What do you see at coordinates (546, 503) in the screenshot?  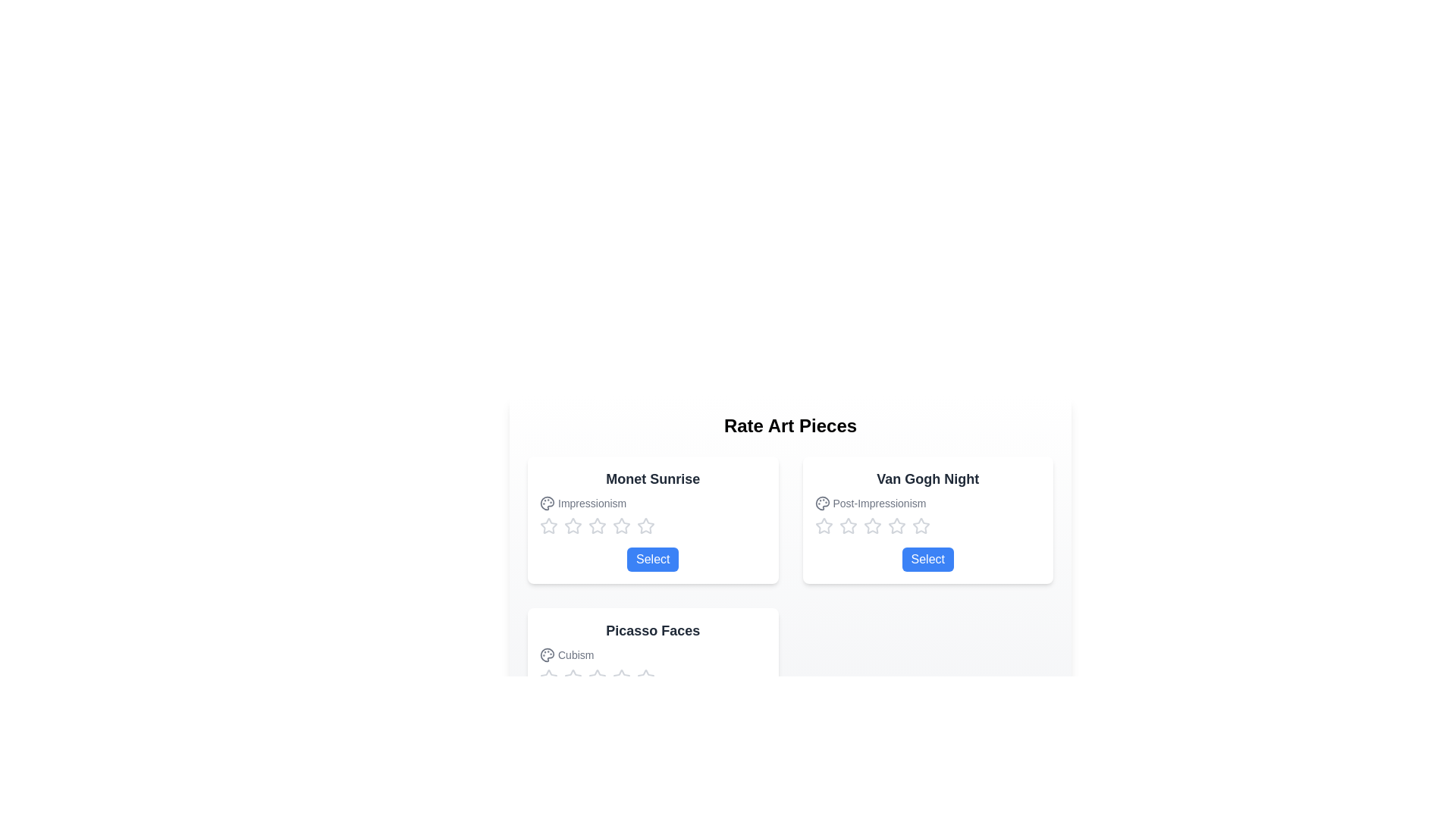 I see `the decorative icon resembling an artist's palette located on the left side under the title 'Monet Sunrise' in the first card of the options` at bounding box center [546, 503].